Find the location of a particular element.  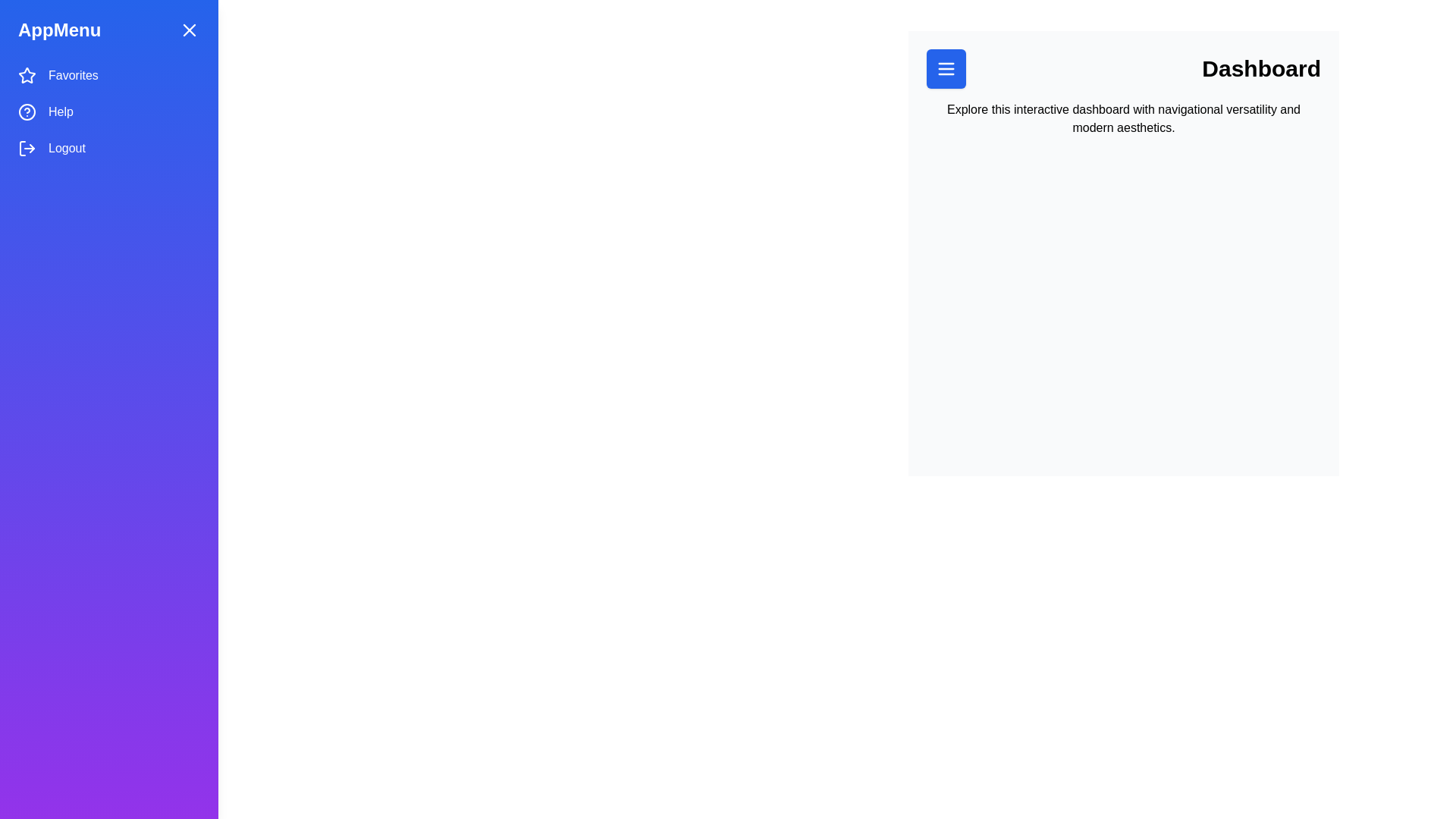

the 'X' icon located at the top-right corner of the blue sidebar is located at coordinates (188, 30).